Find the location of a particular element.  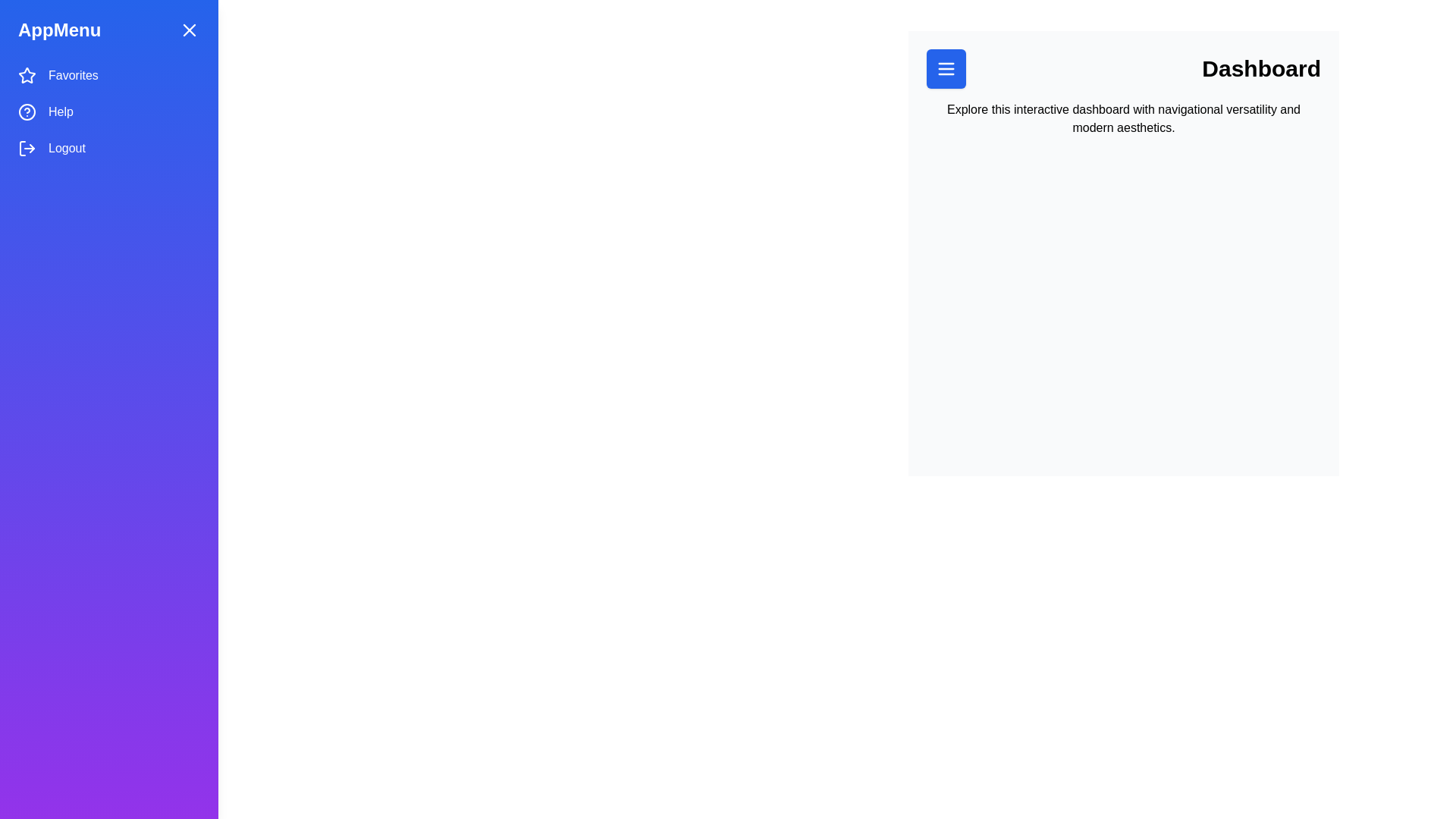

the 'X' icon located at the top-right corner of the blue sidebar is located at coordinates (188, 30).